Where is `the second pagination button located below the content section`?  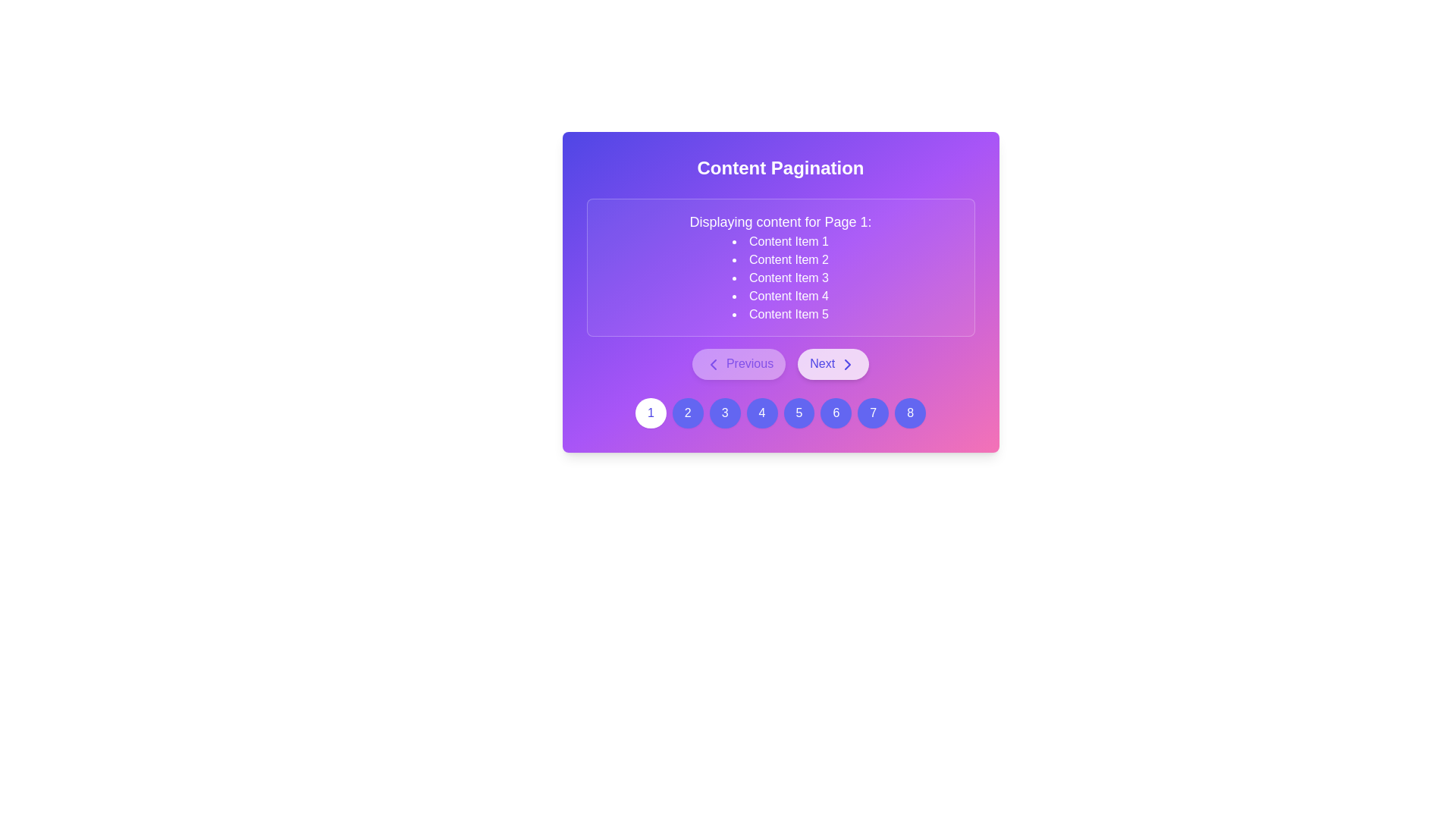
the second pagination button located below the content section is located at coordinates (687, 413).